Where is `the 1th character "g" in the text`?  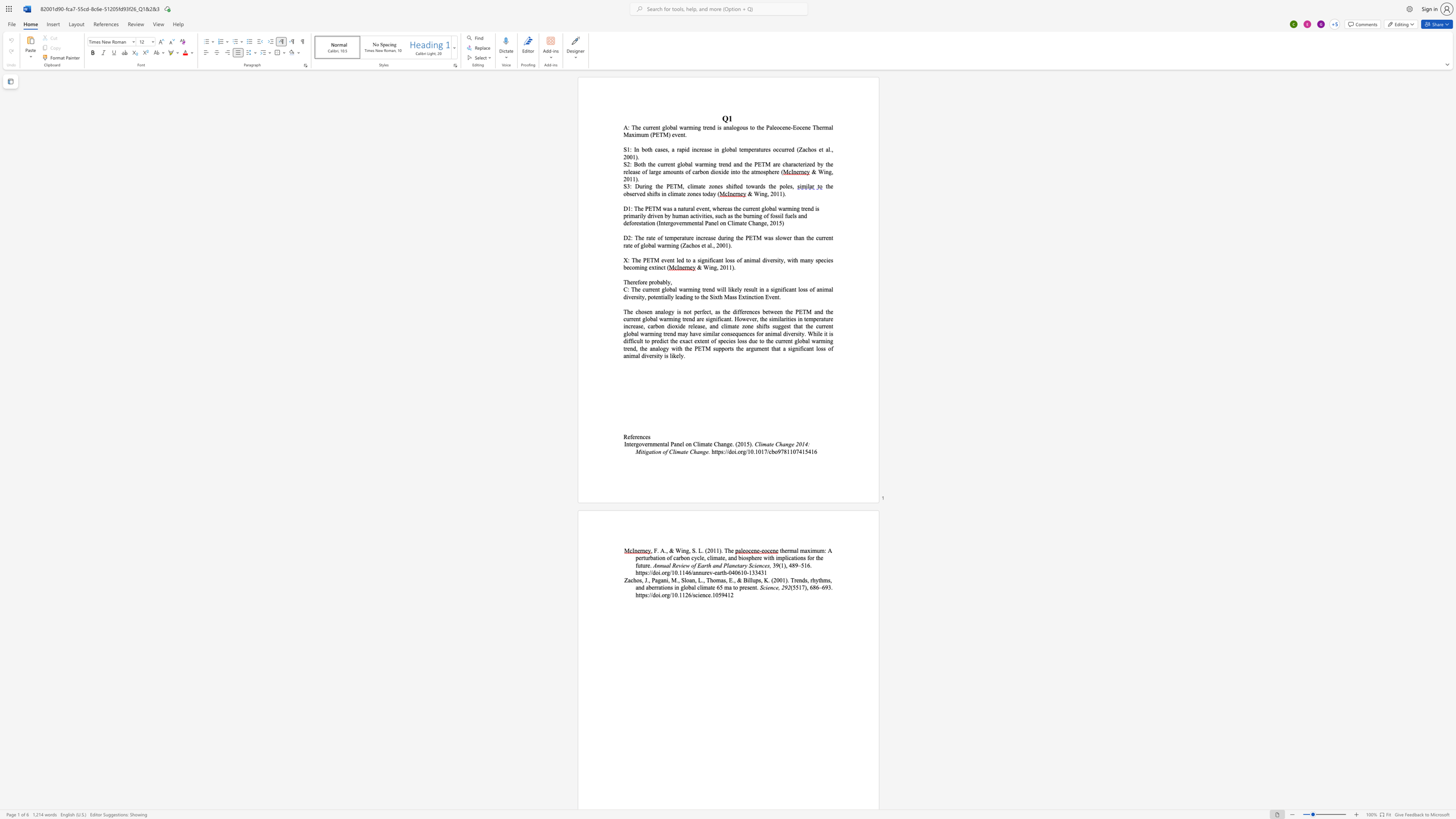
the 1th character "g" in the text is located at coordinates (765, 193).